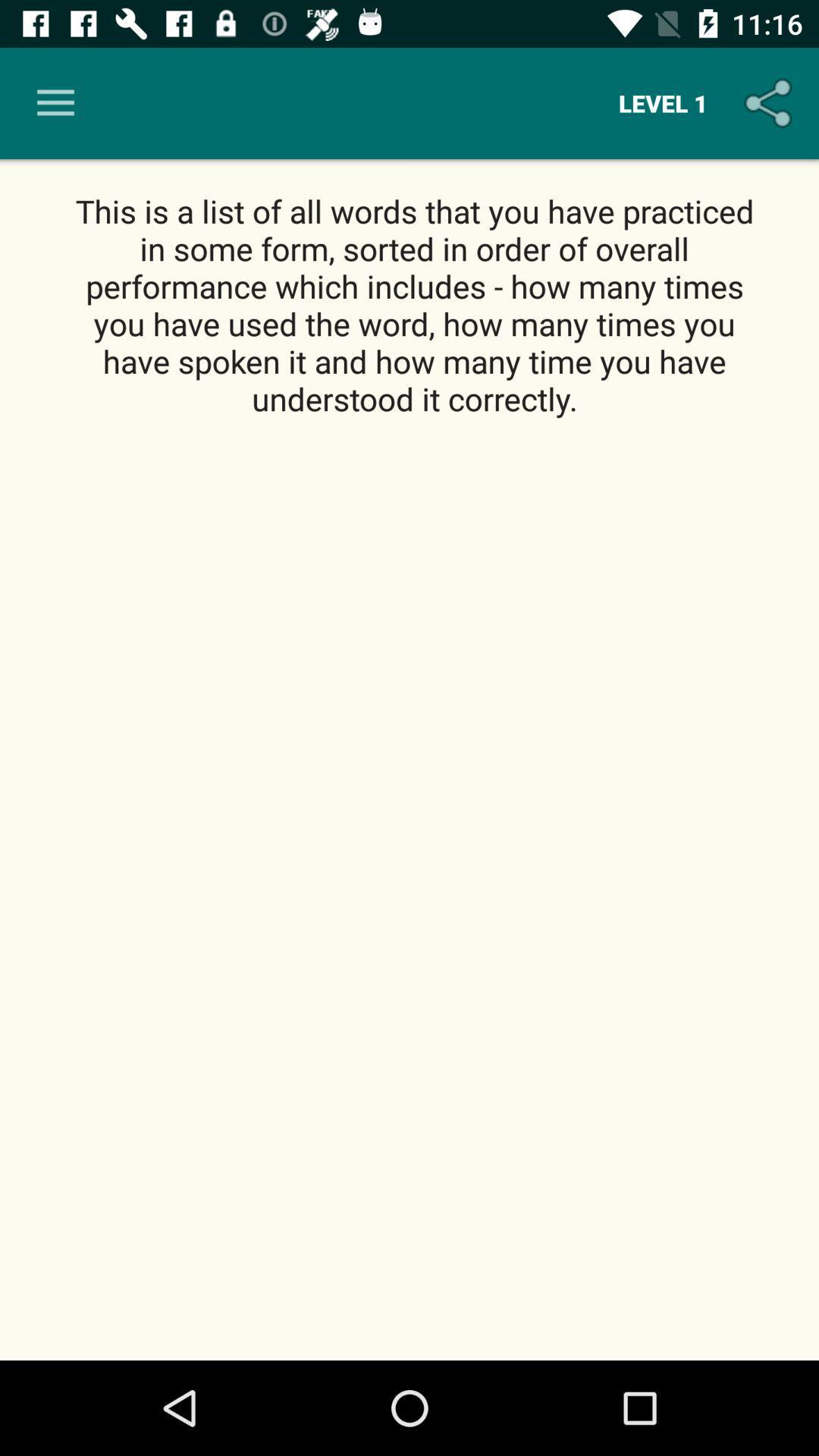  What do you see at coordinates (55, 102) in the screenshot?
I see `the item next to level 1 icon` at bounding box center [55, 102].